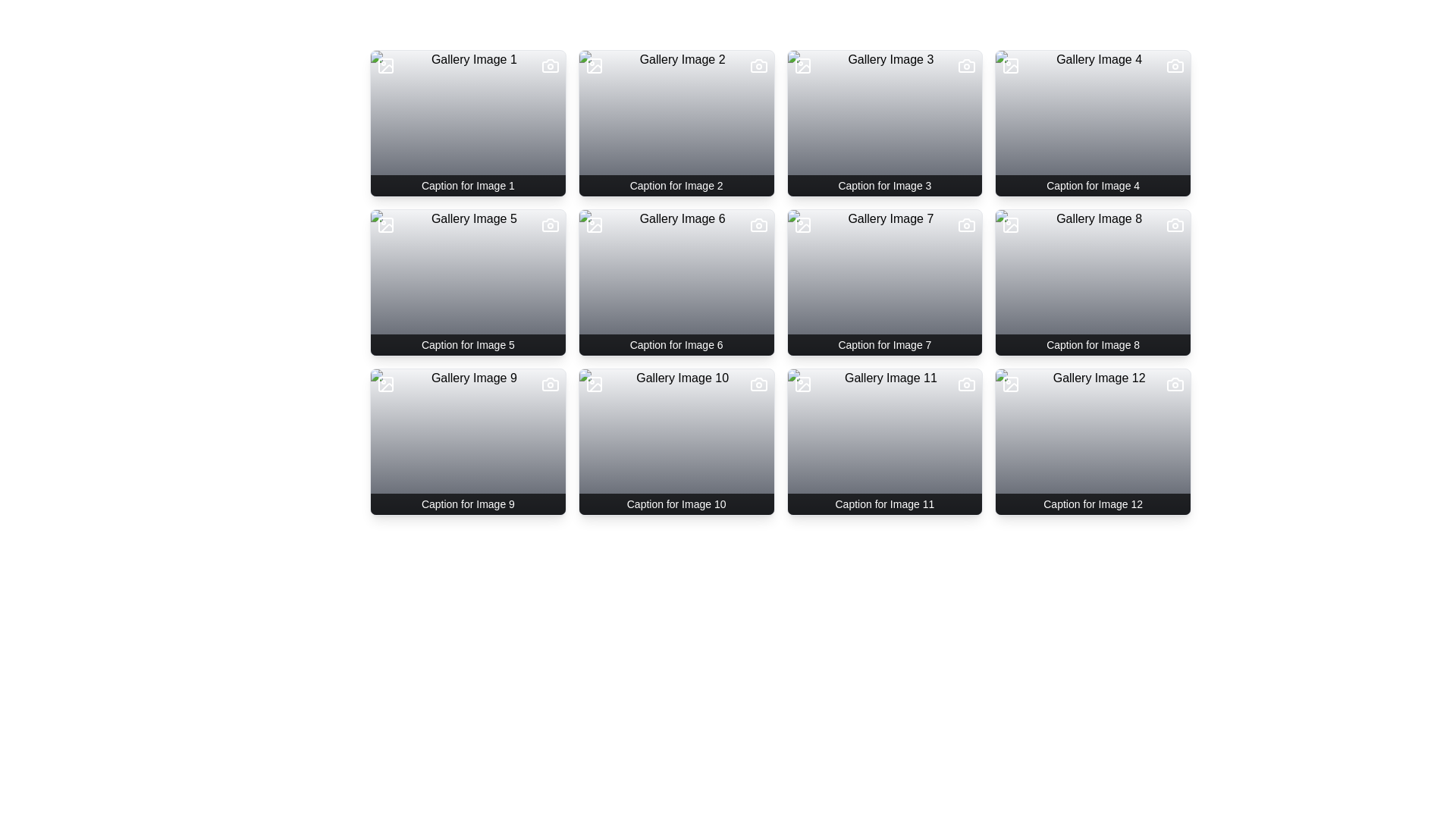 The image size is (1456, 819). Describe the element at coordinates (1011, 65) in the screenshot. I see `the Decorative SVG shape (rounded rectangle) within the gallery card labeled 'Gallery Image 4', located in the top-left corner of the card` at that location.